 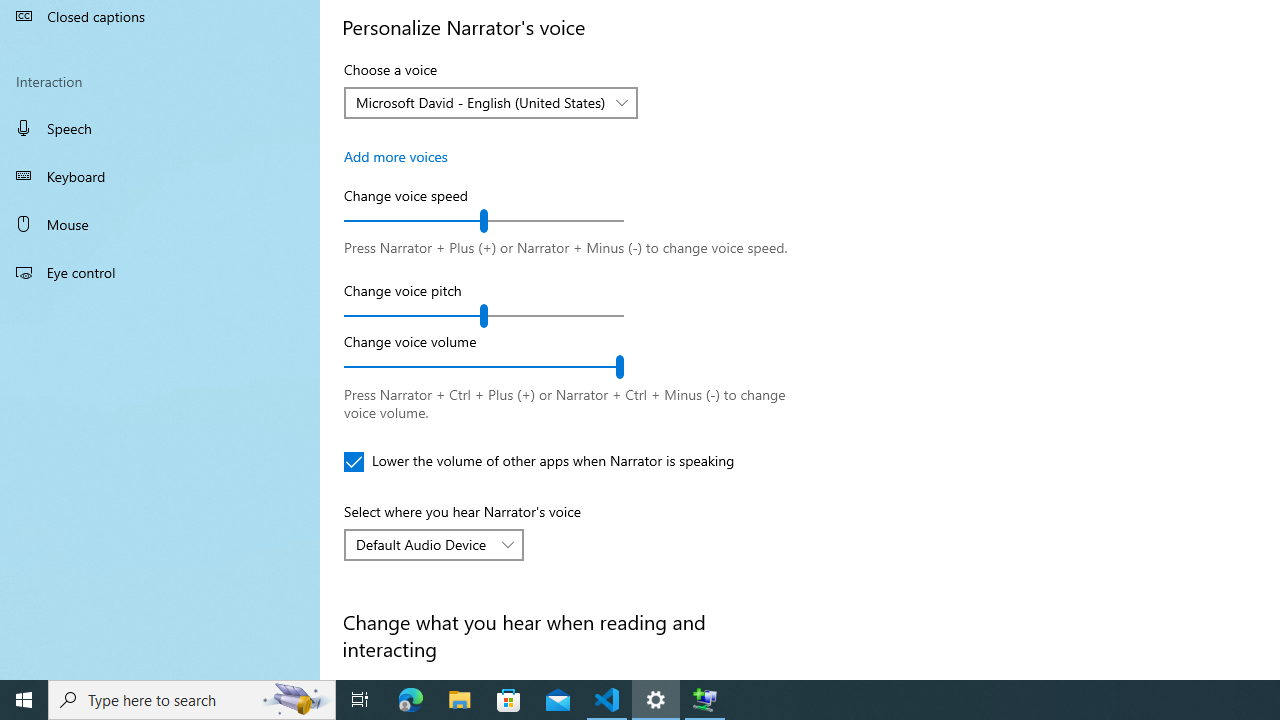 I want to click on 'Eye control', so click(x=160, y=271).